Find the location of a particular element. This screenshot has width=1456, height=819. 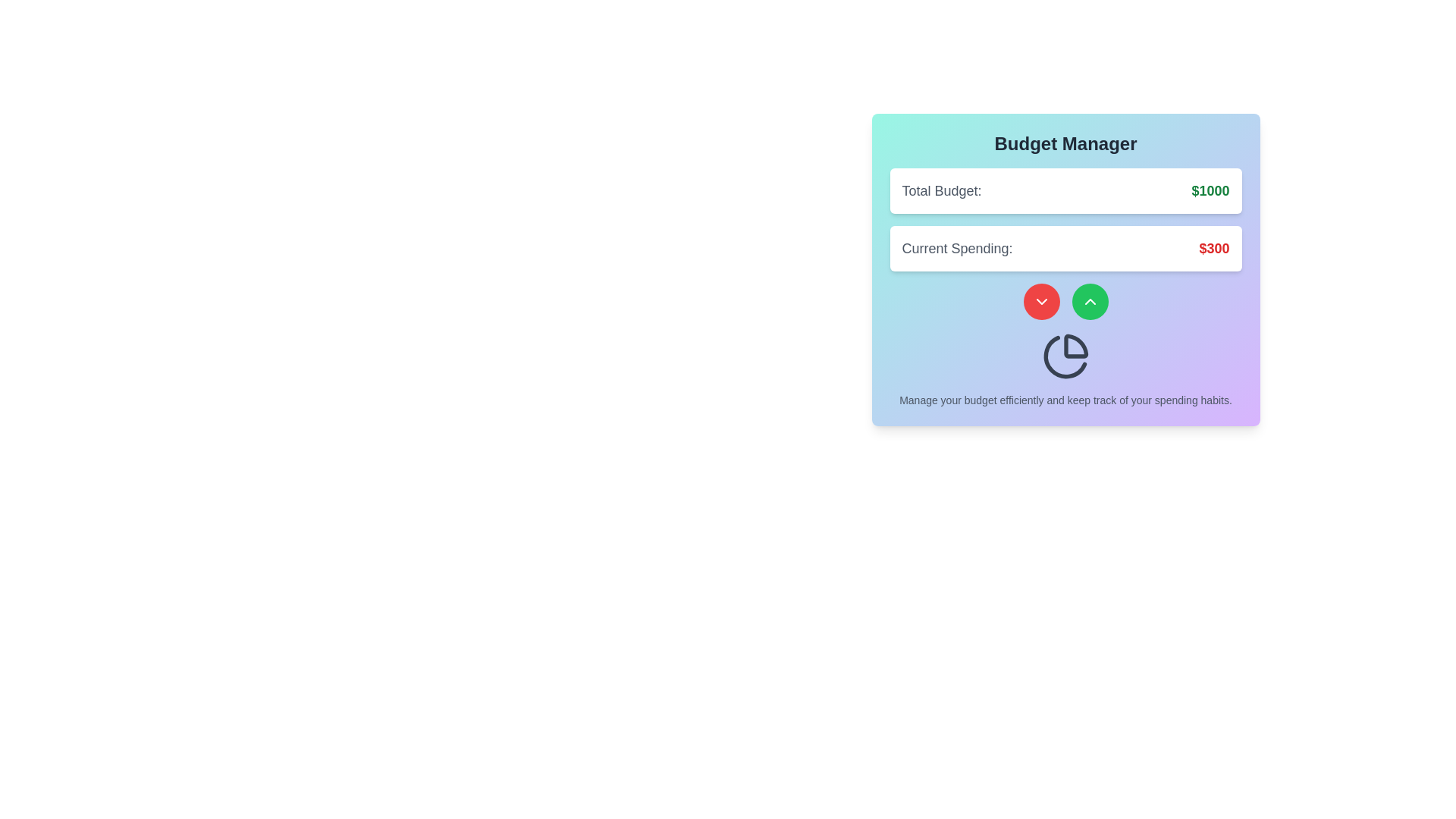

the buttons within the 'Budget Manager' section, positioned below 'Current Spending' and above the pie chart icon is located at coordinates (1065, 301).